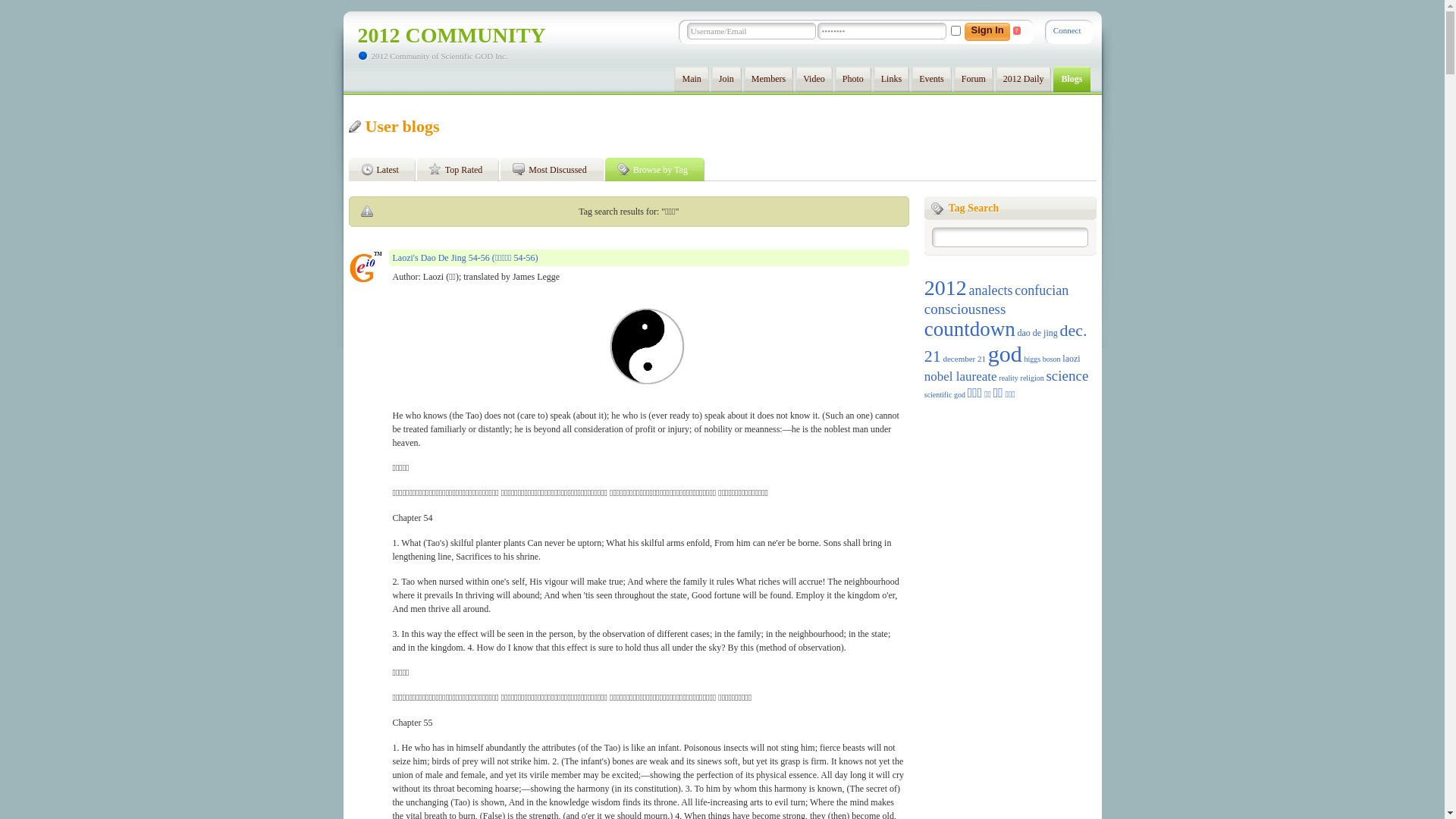 Image resolution: width=1456 pixels, height=819 pixels. What do you see at coordinates (1016, 30) in the screenshot?
I see `'?'` at bounding box center [1016, 30].